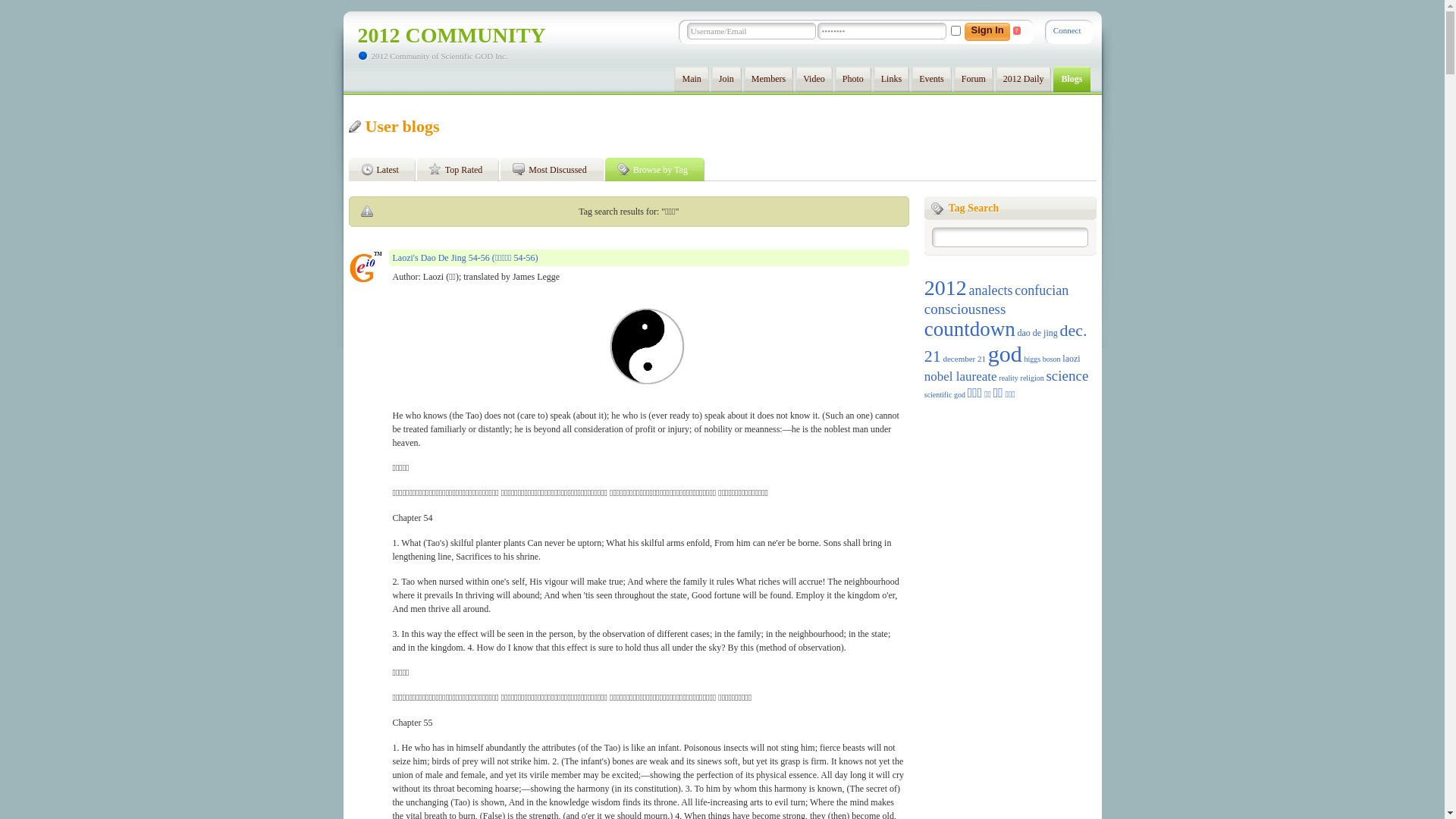 Image resolution: width=1456 pixels, height=819 pixels. What do you see at coordinates (1016, 30) in the screenshot?
I see `'?'` at bounding box center [1016, 30].